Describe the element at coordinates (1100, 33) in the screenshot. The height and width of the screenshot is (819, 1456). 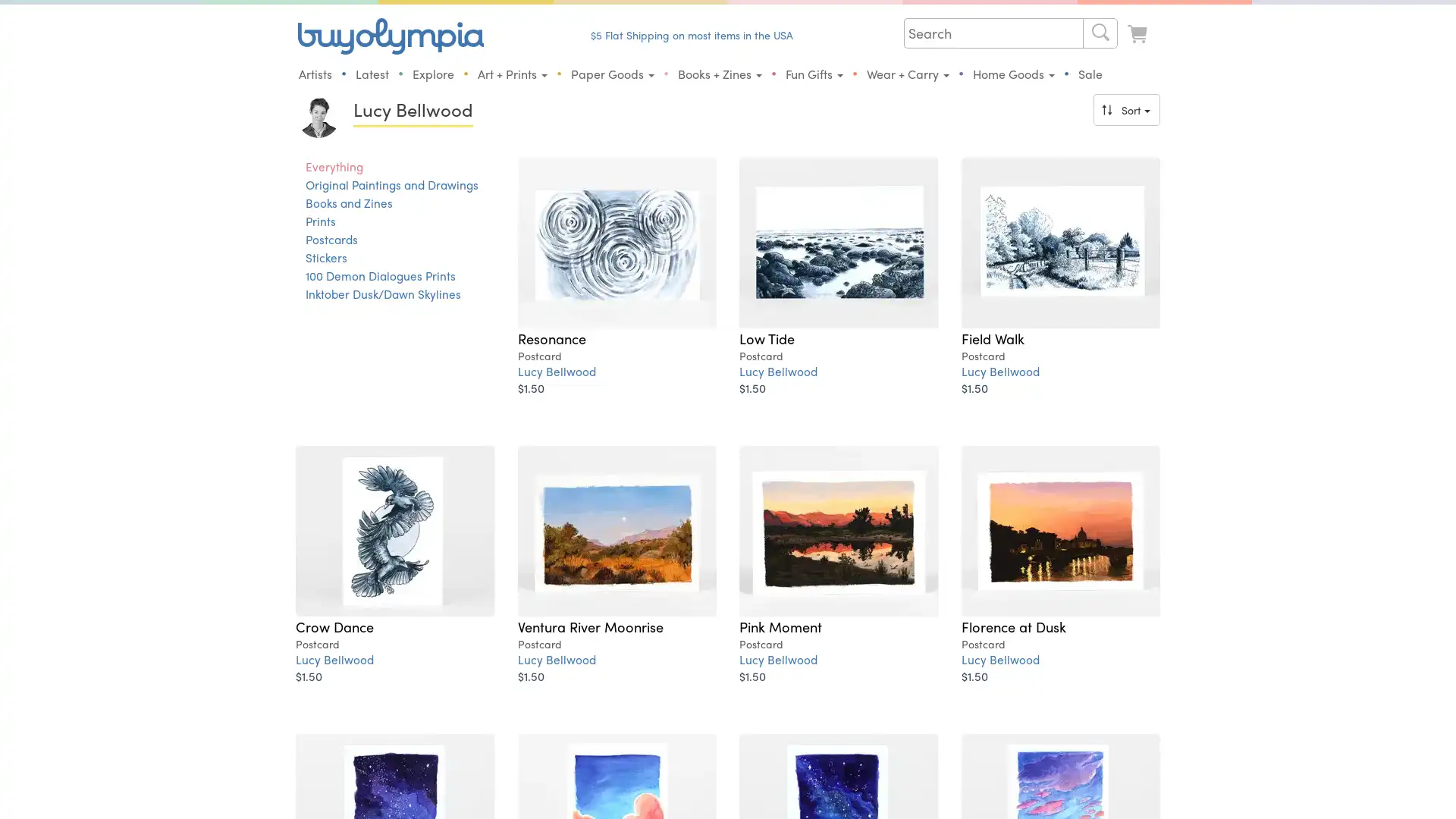
I see `Search` at that location.